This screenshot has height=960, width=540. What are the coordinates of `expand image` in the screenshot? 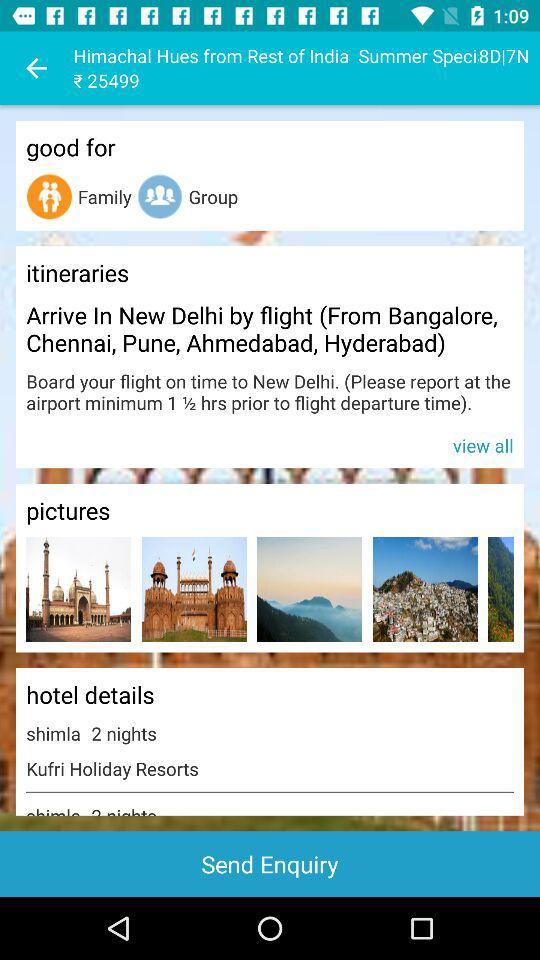 It's located at (500, 589).